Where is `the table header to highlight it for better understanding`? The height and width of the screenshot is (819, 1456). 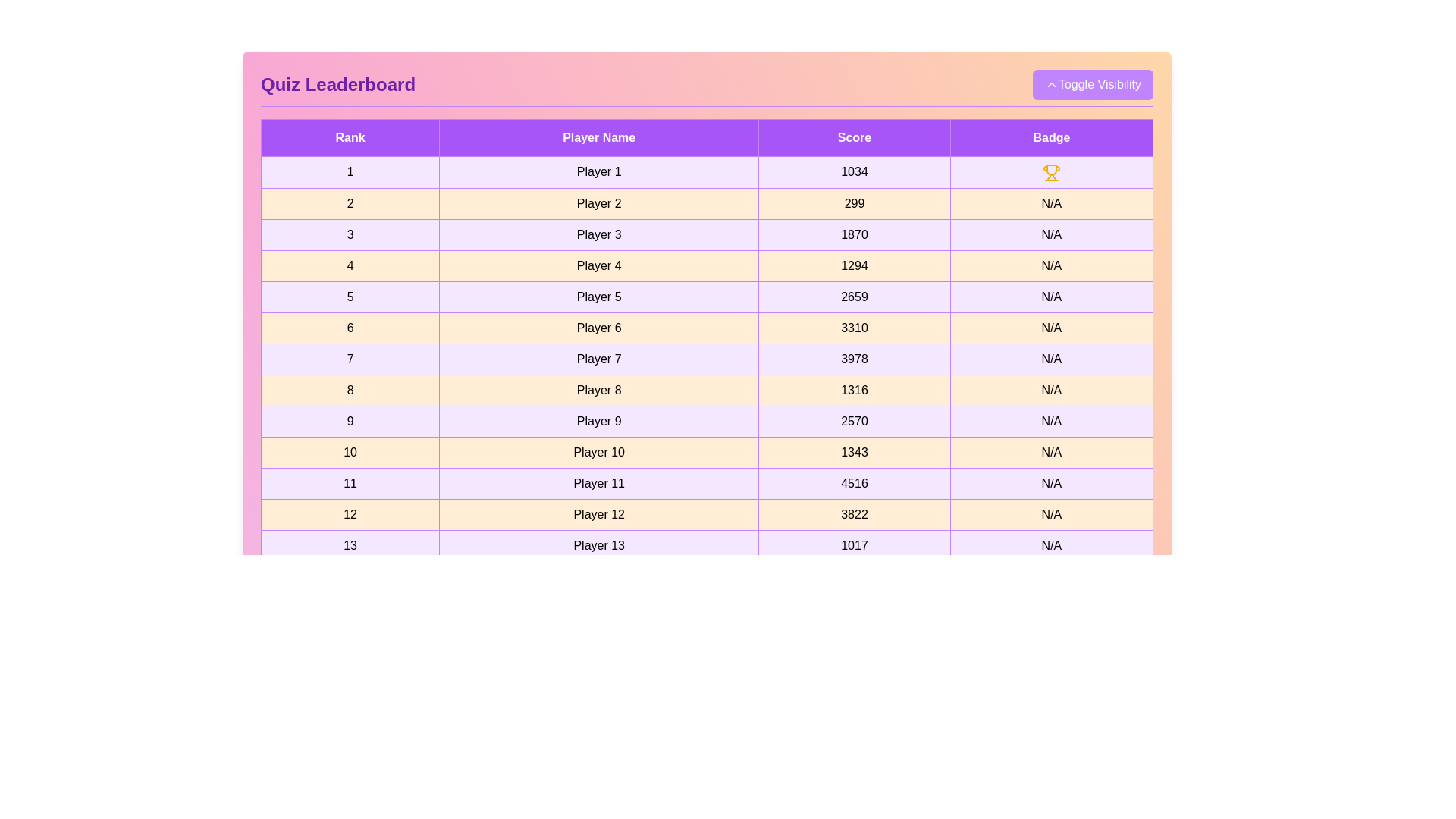 the table header to highlight it for better understanding is located at coordinates (706, 137).